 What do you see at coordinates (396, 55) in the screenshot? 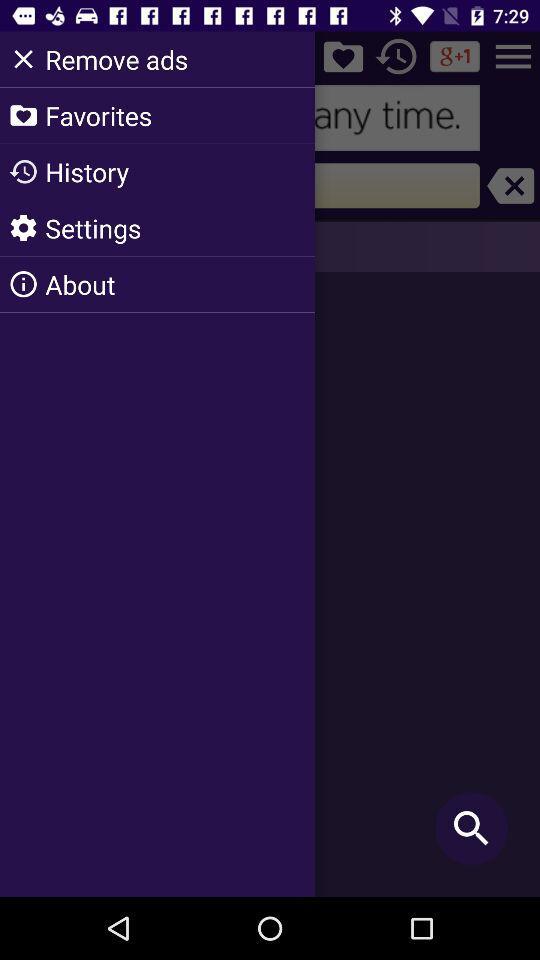
I see `the history icon` at bounding box center [396, 55].